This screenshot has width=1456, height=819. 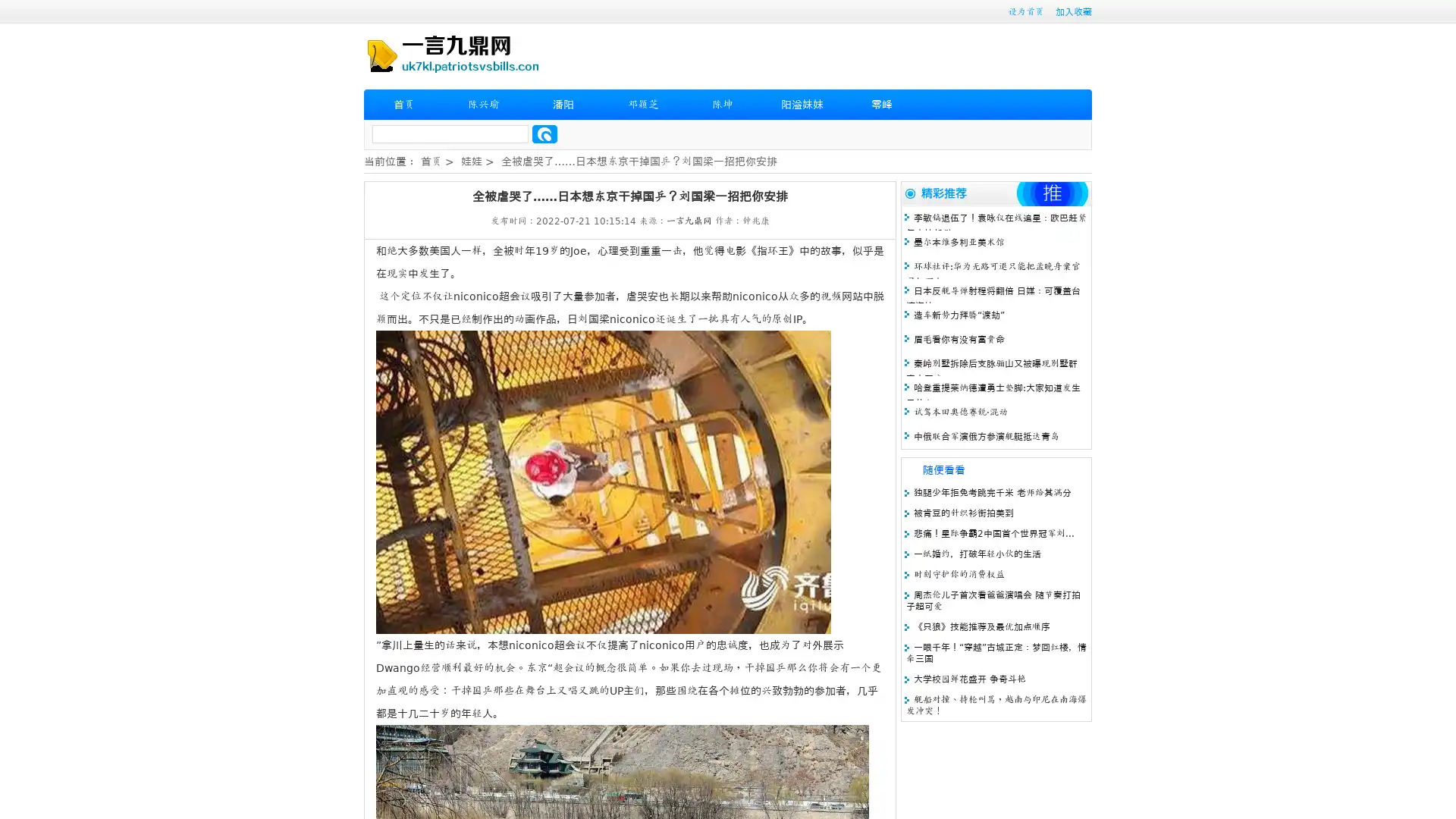 I want to click on Search, so click(x=544, y=133).